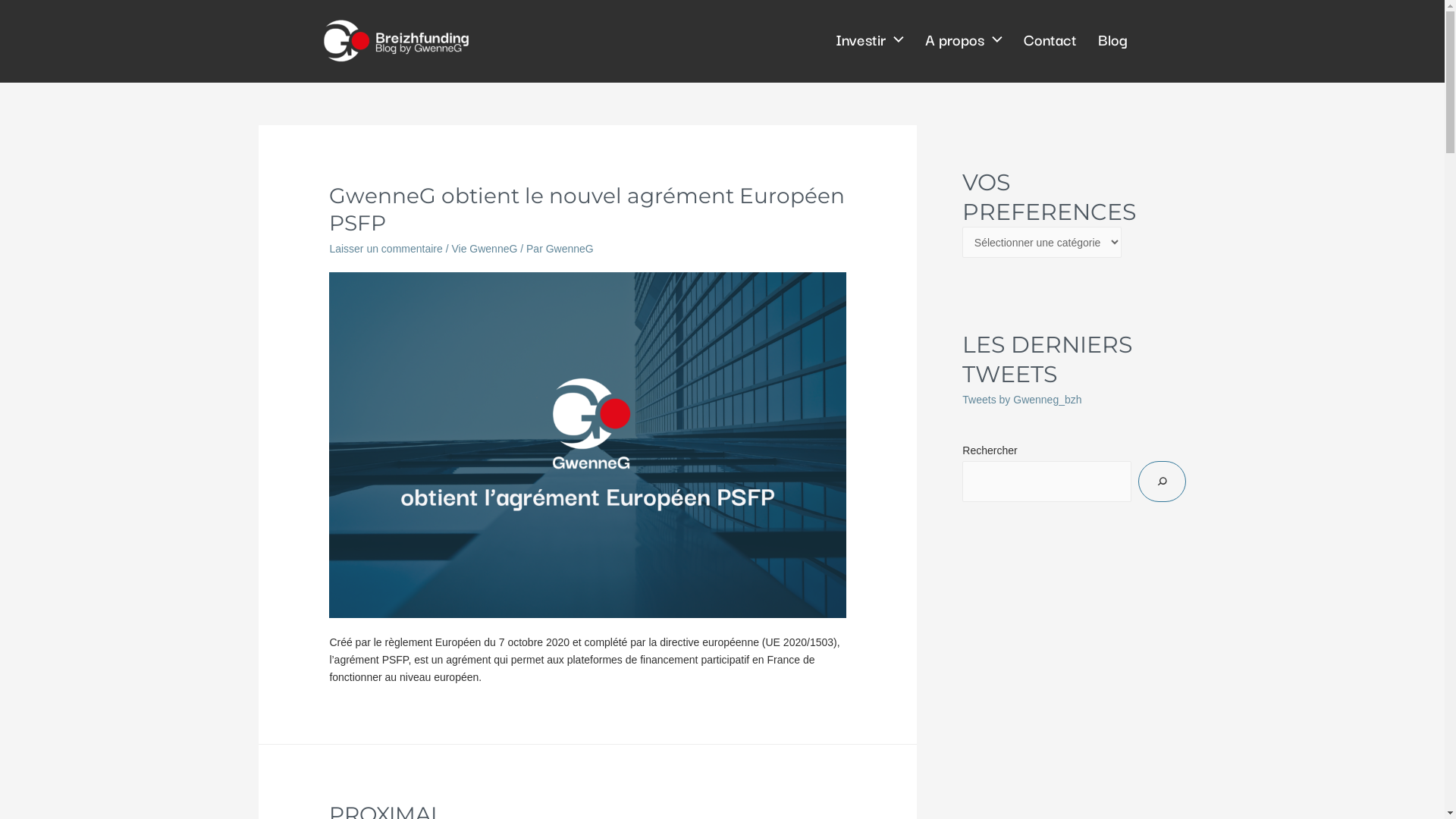 This screenshot has height=819, width=1456. Describe the element at coordinates (961, 399) in the screenshot. I see `'Tweets by Gwenneg_bzh'` at that location.